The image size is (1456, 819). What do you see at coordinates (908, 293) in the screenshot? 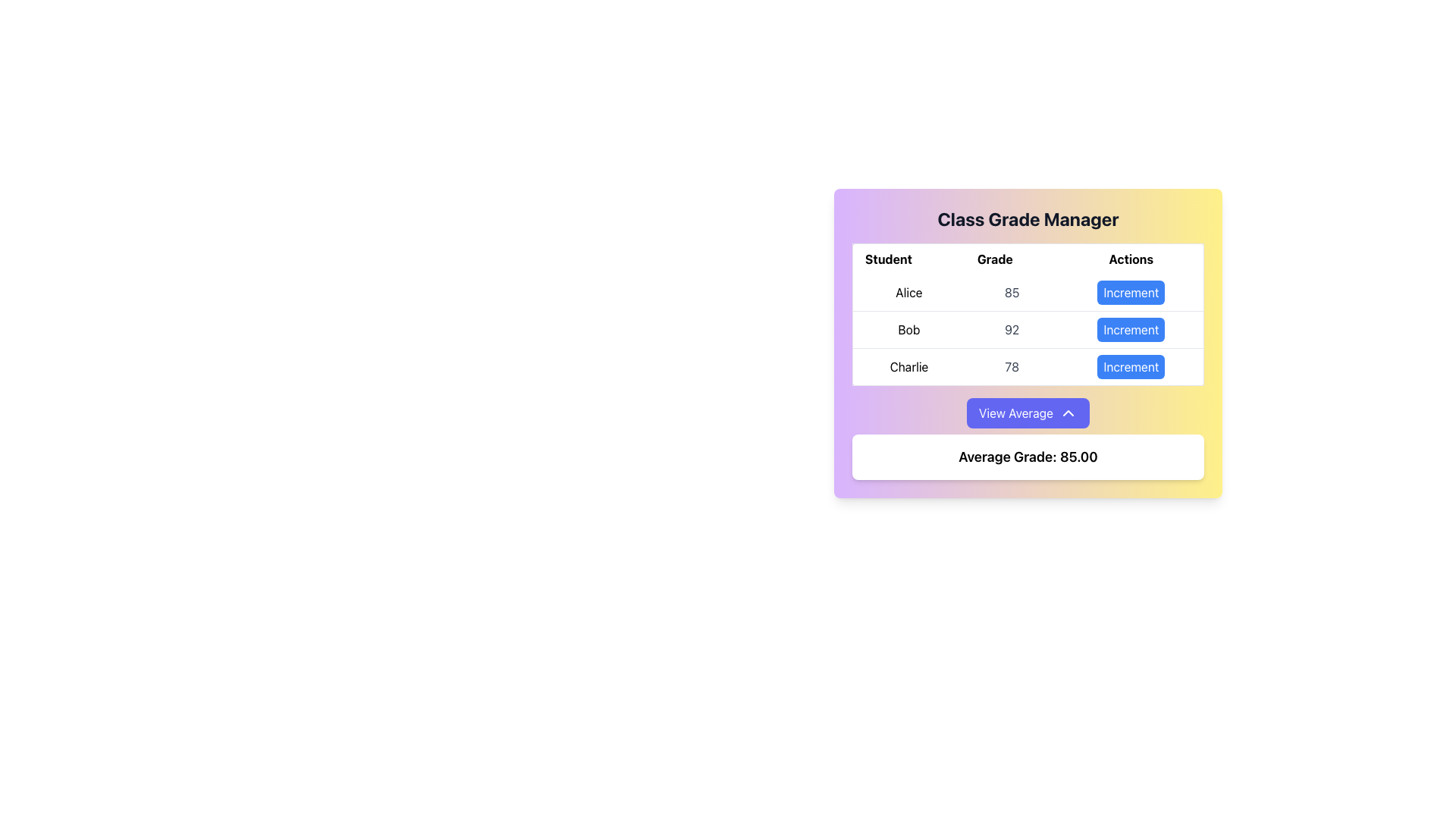
I see `the text label 'Alice' in the student record table, which is located in the topmost row under the column labeled 'Student'` at bounding box center [908, 293].